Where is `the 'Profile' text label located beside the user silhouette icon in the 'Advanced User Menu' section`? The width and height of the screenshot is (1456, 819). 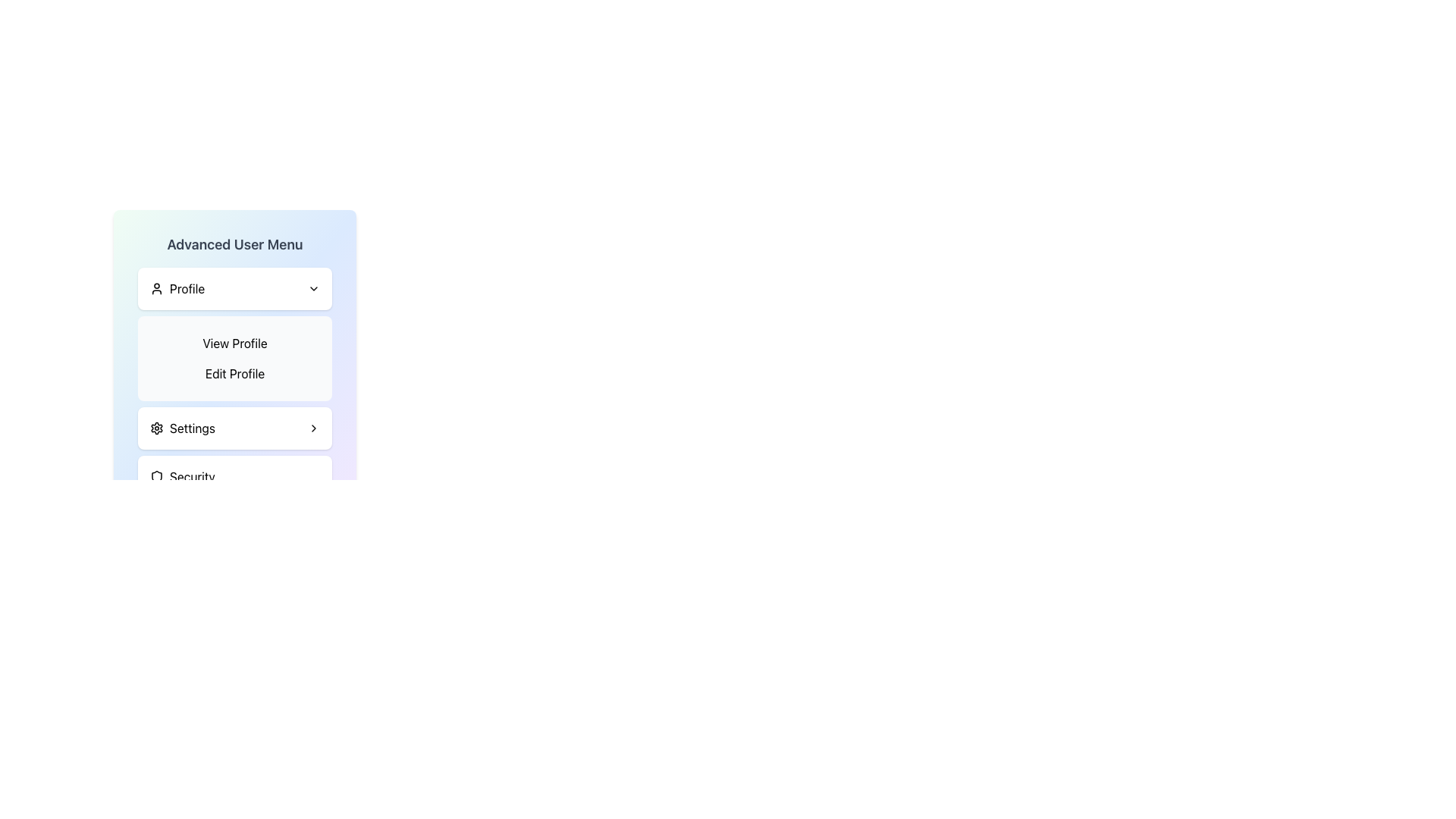
the 'Profile' text label located beside the user silhouette icon in the 'Advanced User Menu' section is located at coordinates (187, 289).